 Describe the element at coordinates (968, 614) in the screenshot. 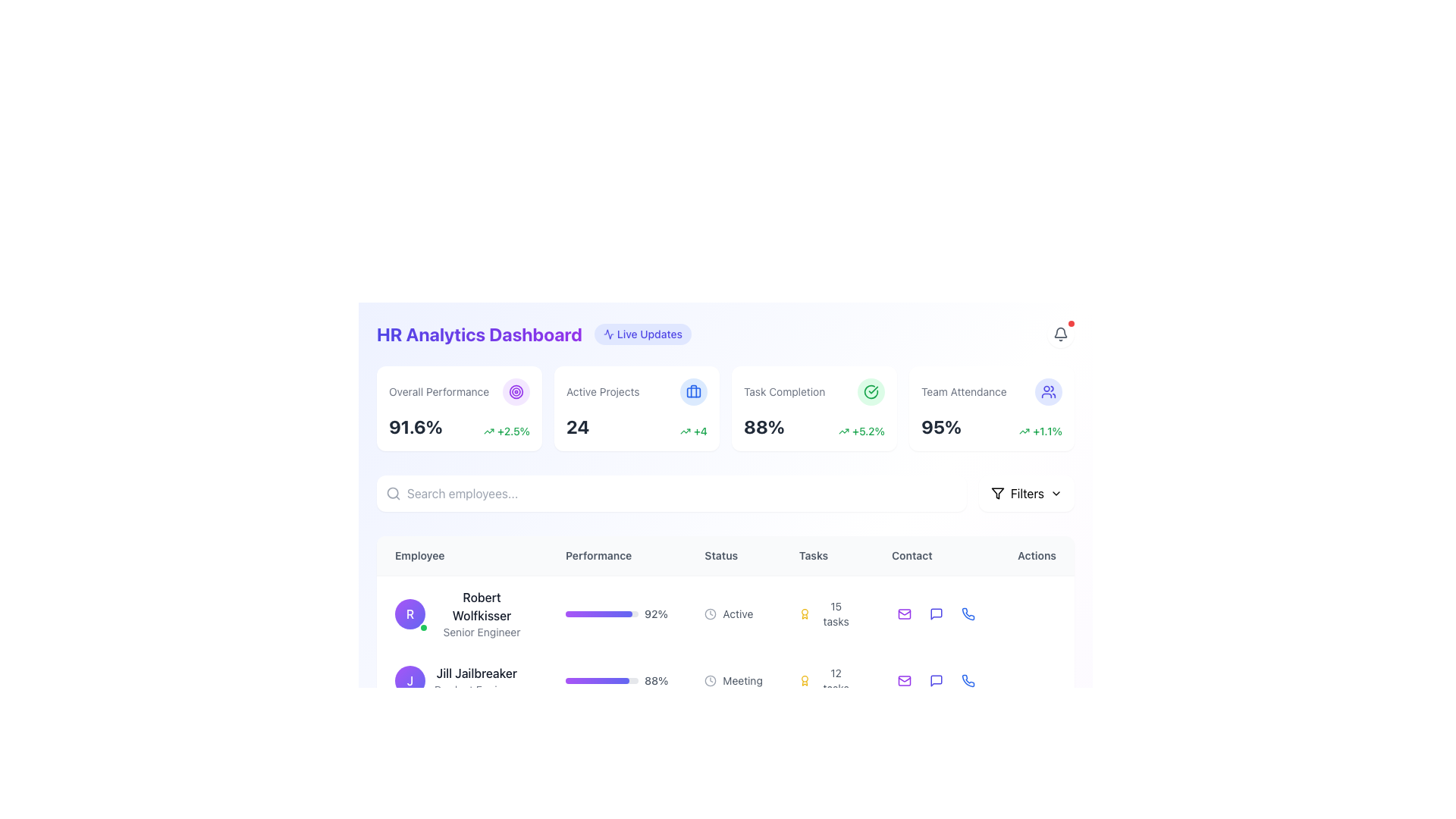

I see `the blue phone icon` at that location.